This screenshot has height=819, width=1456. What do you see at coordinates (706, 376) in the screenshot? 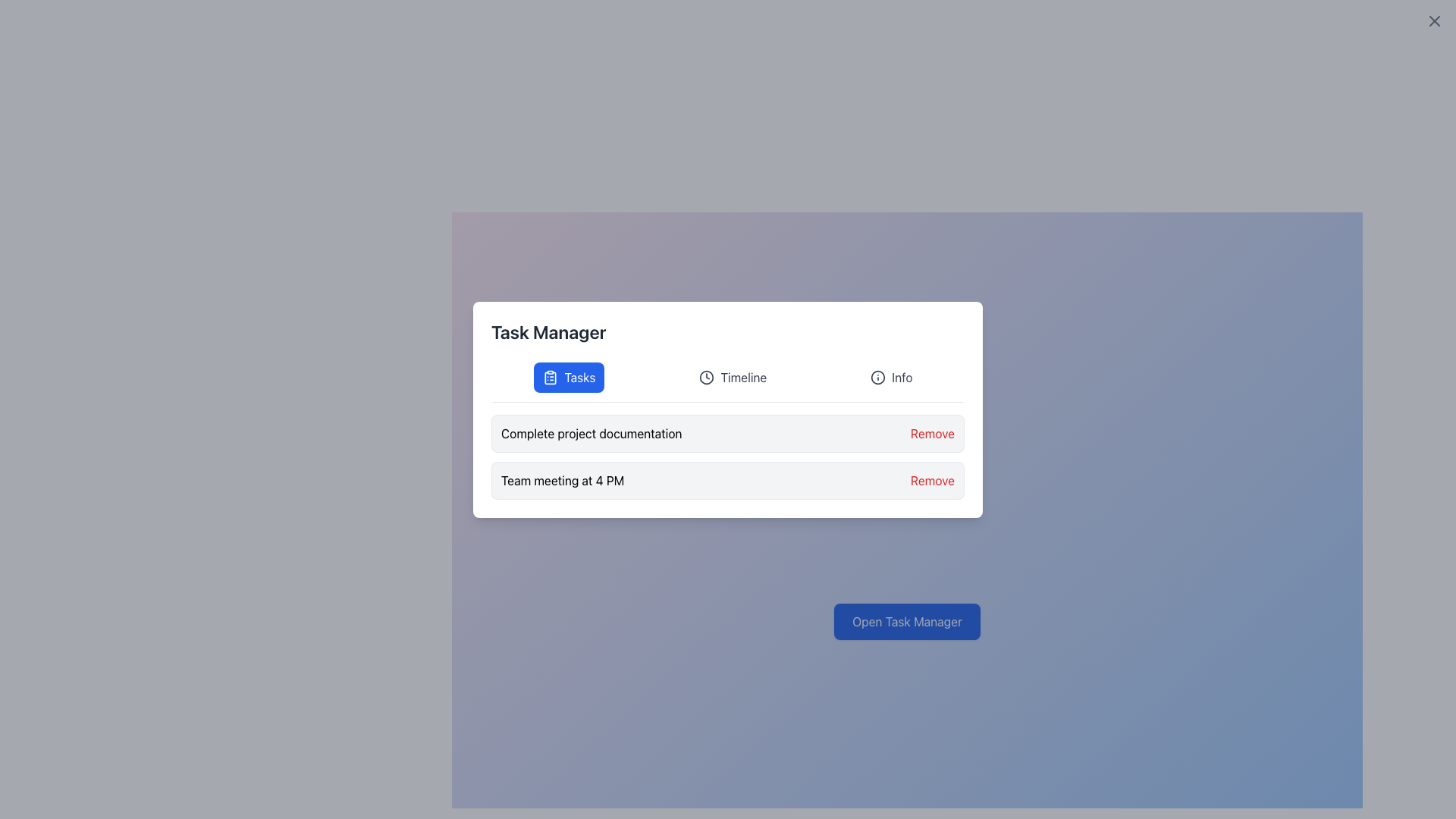
I see `the central circular component of the clock icon, which has a black outline and transparent fill, located above the 'Timeline' button on the task manager interface` at bounding box center [706, 376].